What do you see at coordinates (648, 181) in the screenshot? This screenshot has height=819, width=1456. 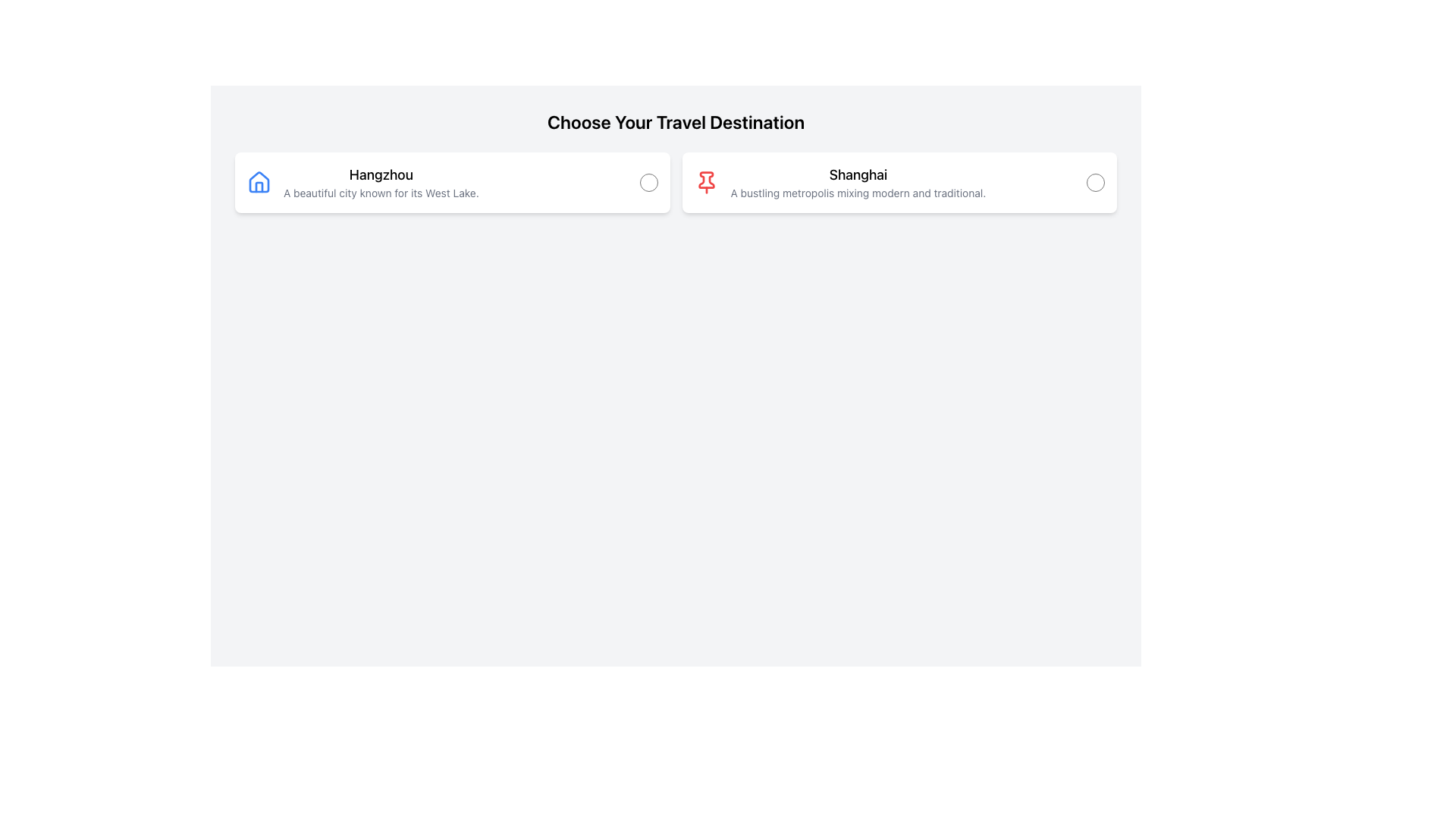 I see `the circular blue radio button located to the right of the text block describing 'Hangzhou'` at bounding box center [648, 181].